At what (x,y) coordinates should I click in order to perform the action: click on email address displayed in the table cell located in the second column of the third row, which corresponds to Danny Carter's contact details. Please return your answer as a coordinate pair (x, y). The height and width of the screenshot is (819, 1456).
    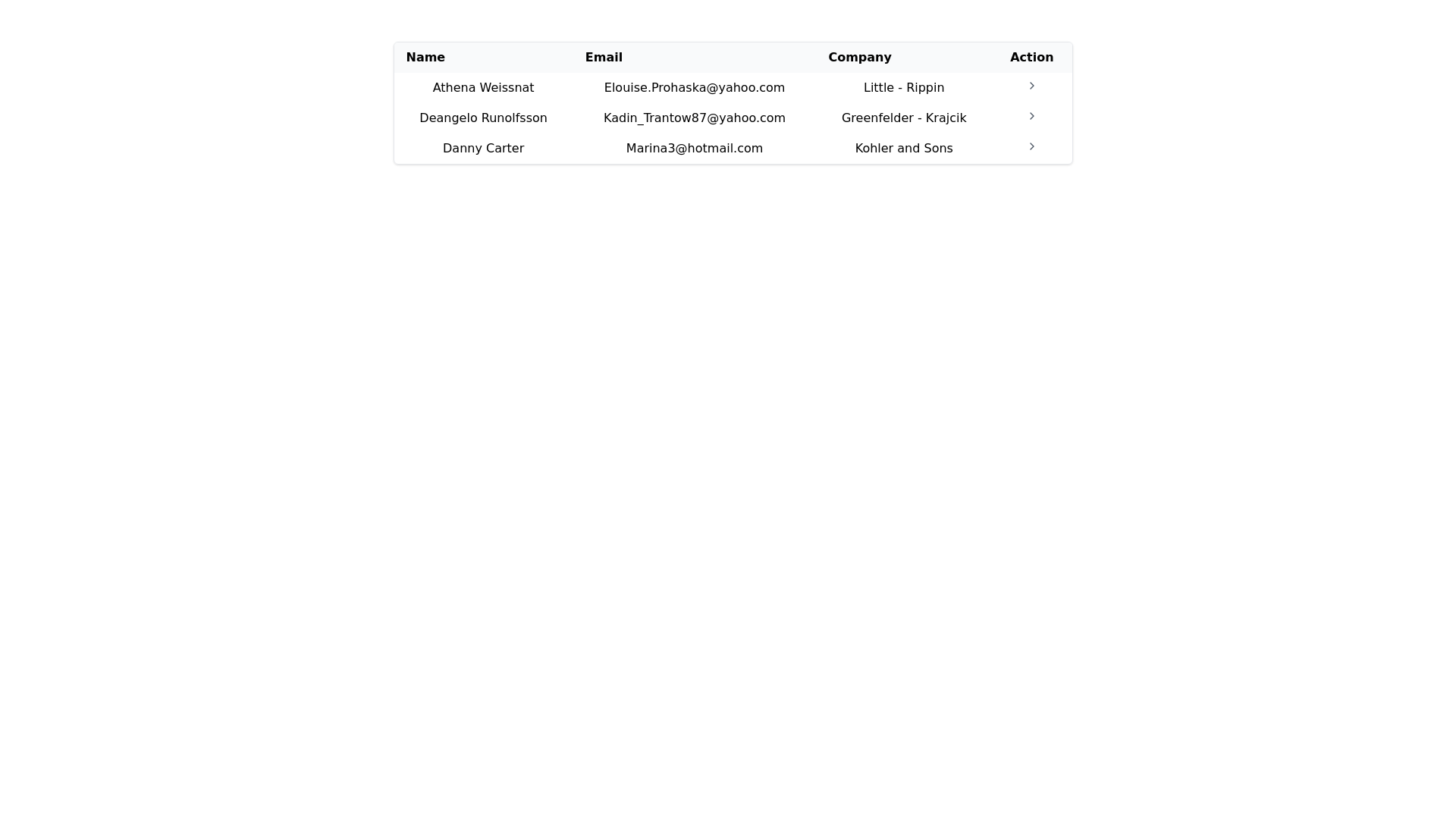
    Looking at the image, I should click on (694, 149).